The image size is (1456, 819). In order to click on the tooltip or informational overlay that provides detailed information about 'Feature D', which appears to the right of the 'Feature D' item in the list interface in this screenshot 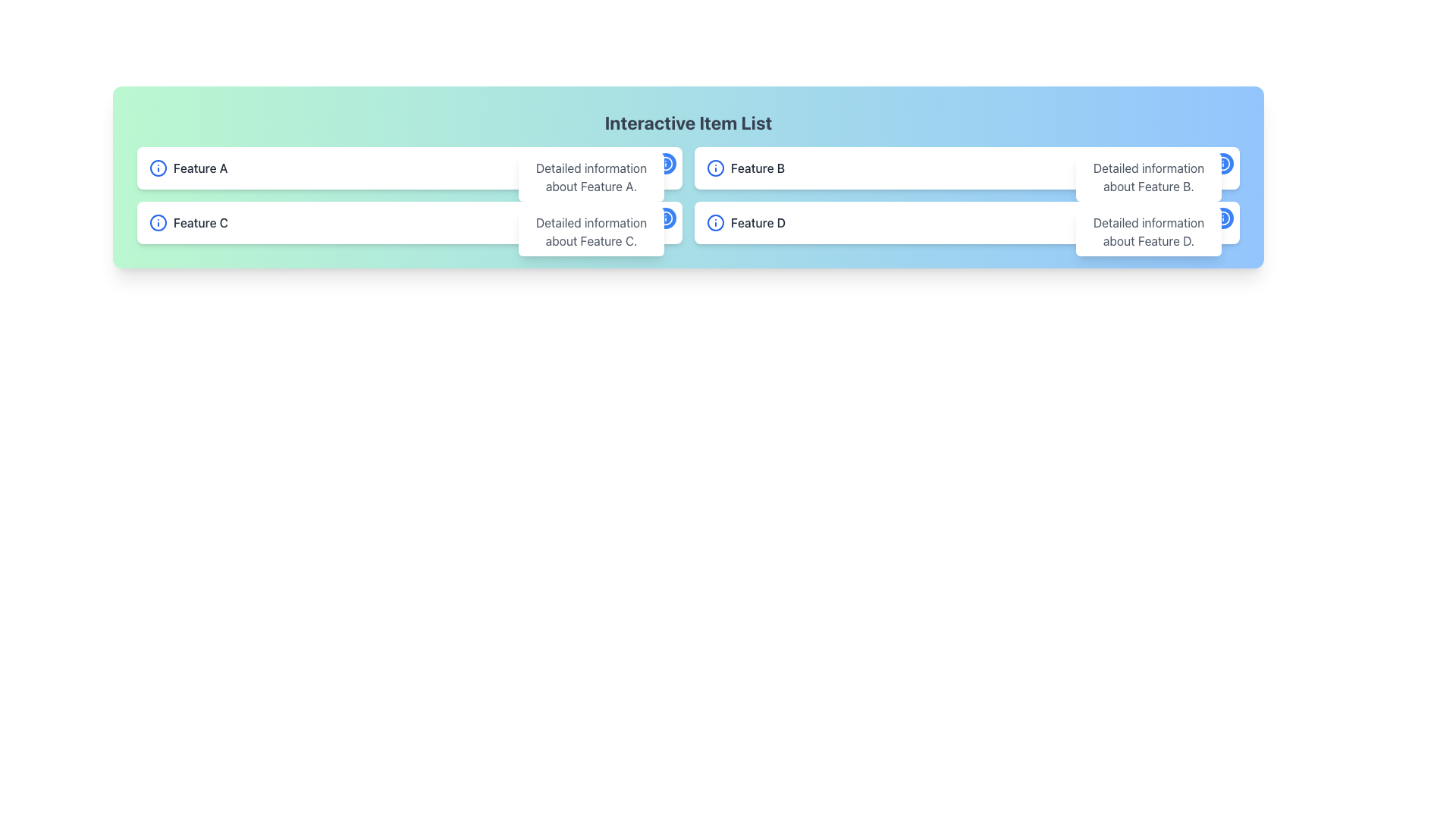, I will do `click(1149, 231)`.